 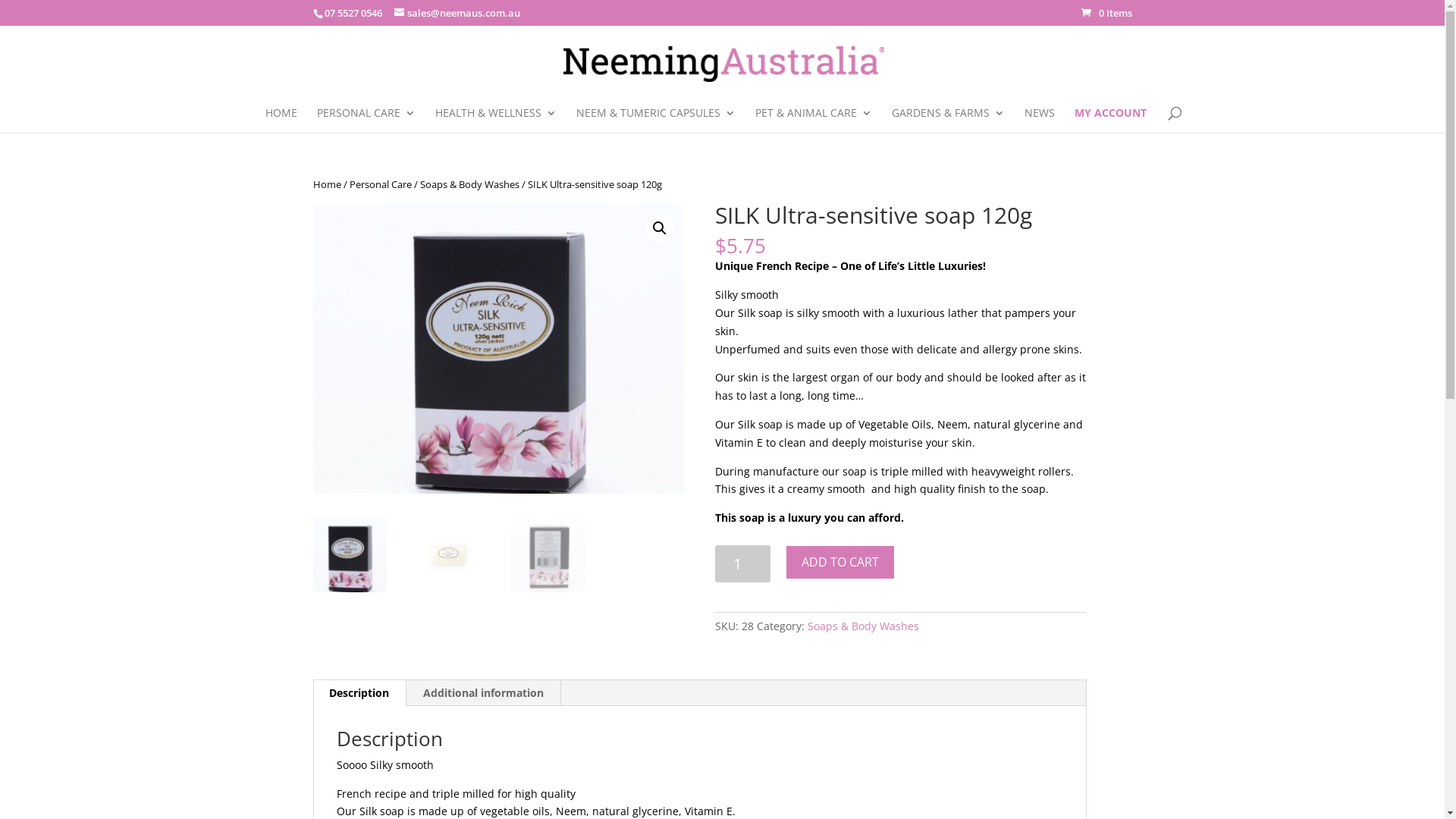 I want to click on 'Soaps & Body Washes', so click(x=469, y=184).